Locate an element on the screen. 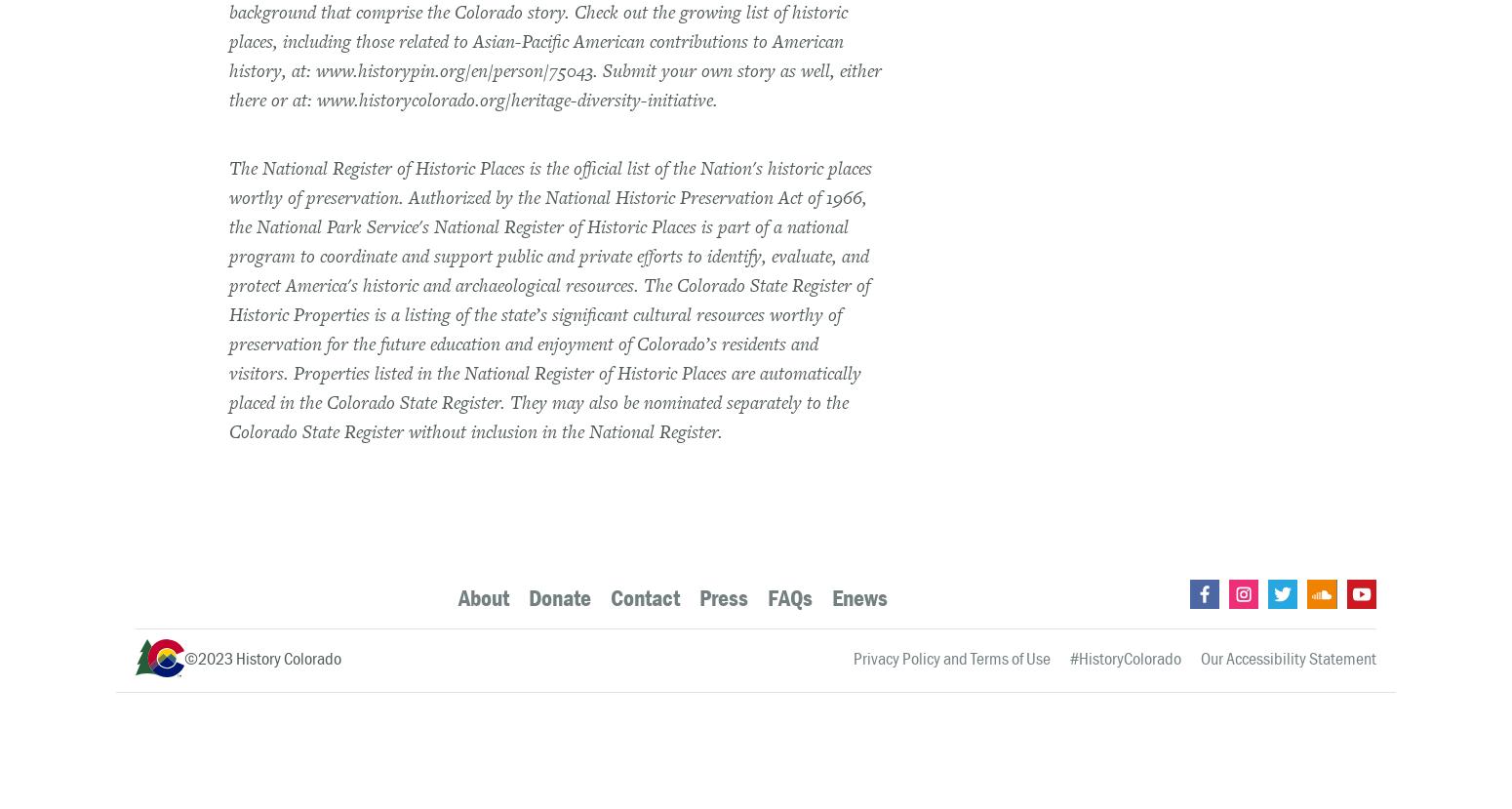 Image resolution: width=1512 pixels, height=809 pixels. '©2023 History Colorado' is located at coordinates (262, 656).